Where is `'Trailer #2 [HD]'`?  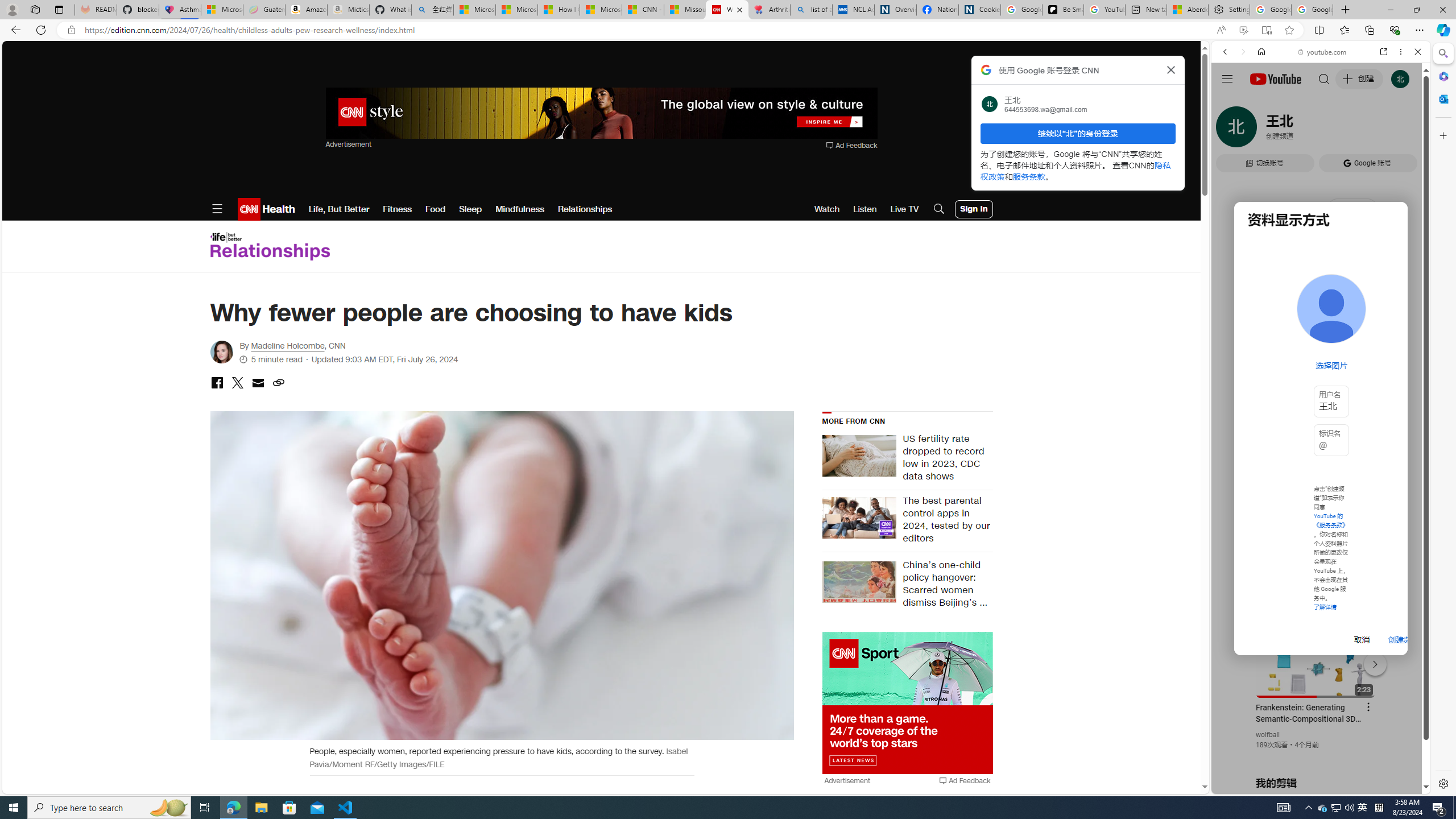
'Trailer #2 [HD]' is located at coordinates (1319, 336).